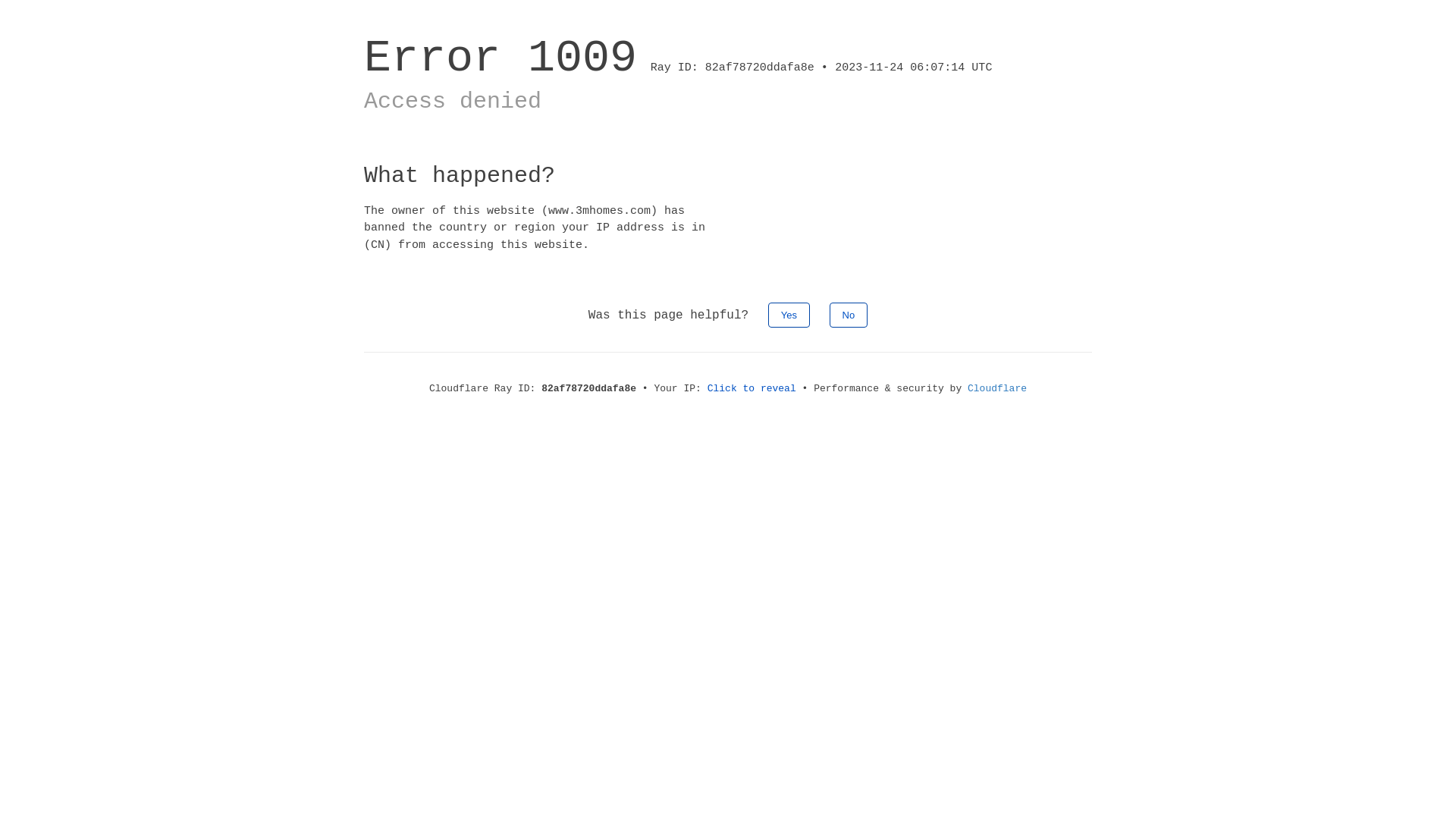 This screenshot has height=819, width=1456. Describe the element at coordinates (848, 314) in the screenshot. I see `'No'` at that location.